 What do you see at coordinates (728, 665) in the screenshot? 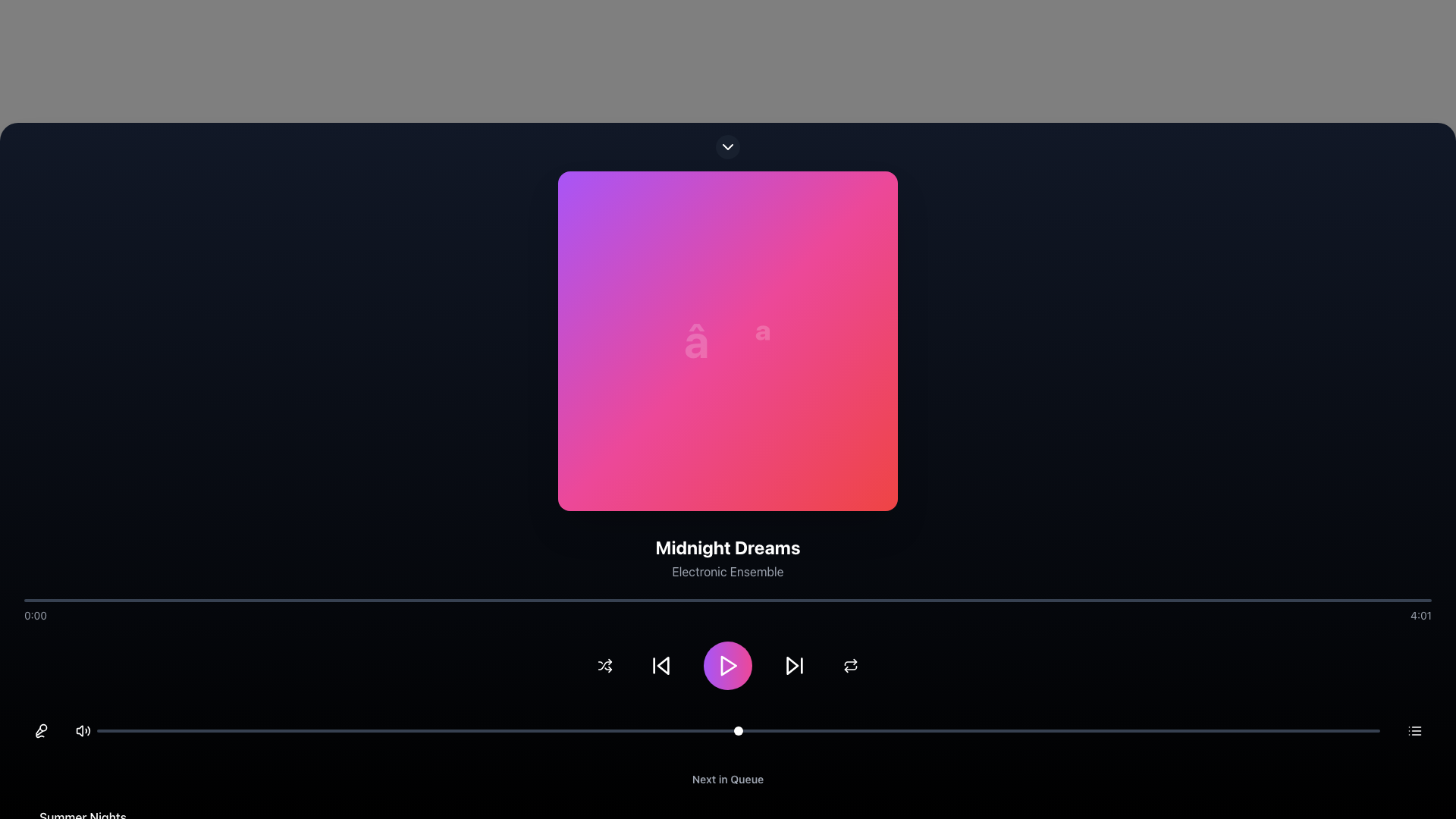
I see `a button on the Toolbar located at the bottom of the interface` at bounding box center [728, 665].